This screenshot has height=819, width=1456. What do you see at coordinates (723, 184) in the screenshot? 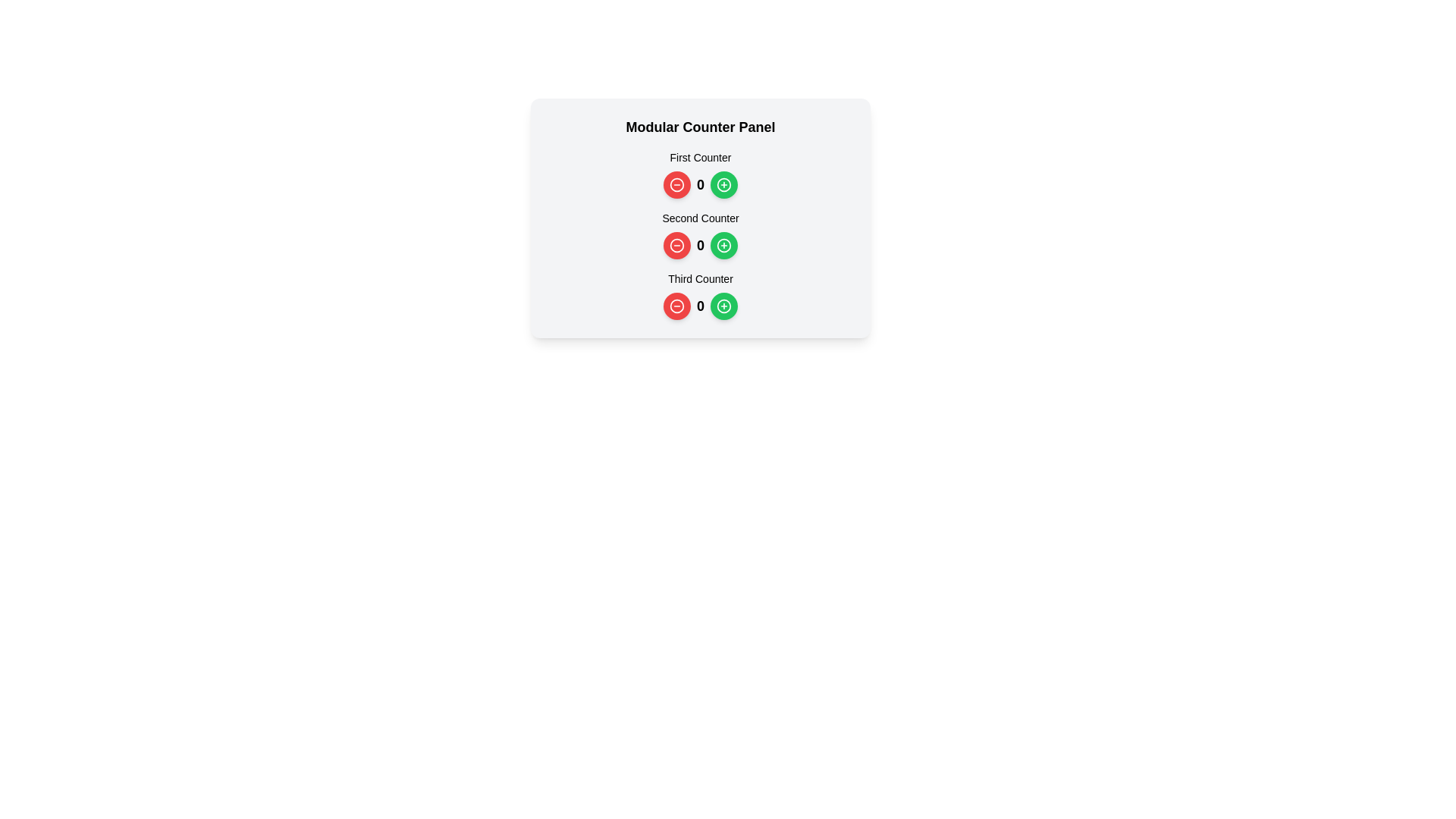
I see `the circular green button with a plus sign in the center, located in the 'First Counter' row` at bounding box center [723, 184].